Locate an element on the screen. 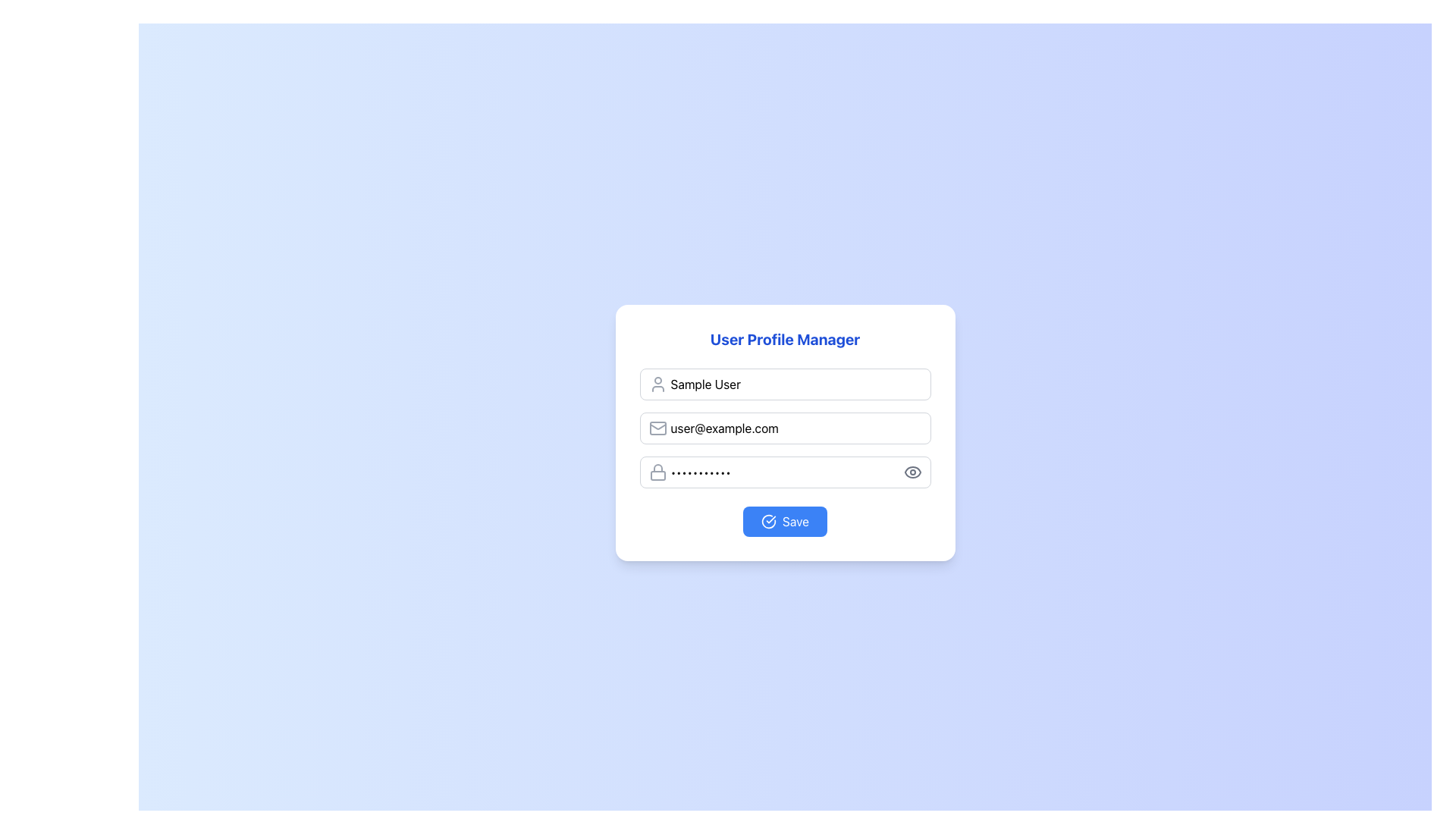 Image resolution: width=1456 pixels, height=819 pixels. the decorative icon inside the 'Save' button, which is positioned on the left side of the button next to the 'Save' text is located at coordinates (768, 520).